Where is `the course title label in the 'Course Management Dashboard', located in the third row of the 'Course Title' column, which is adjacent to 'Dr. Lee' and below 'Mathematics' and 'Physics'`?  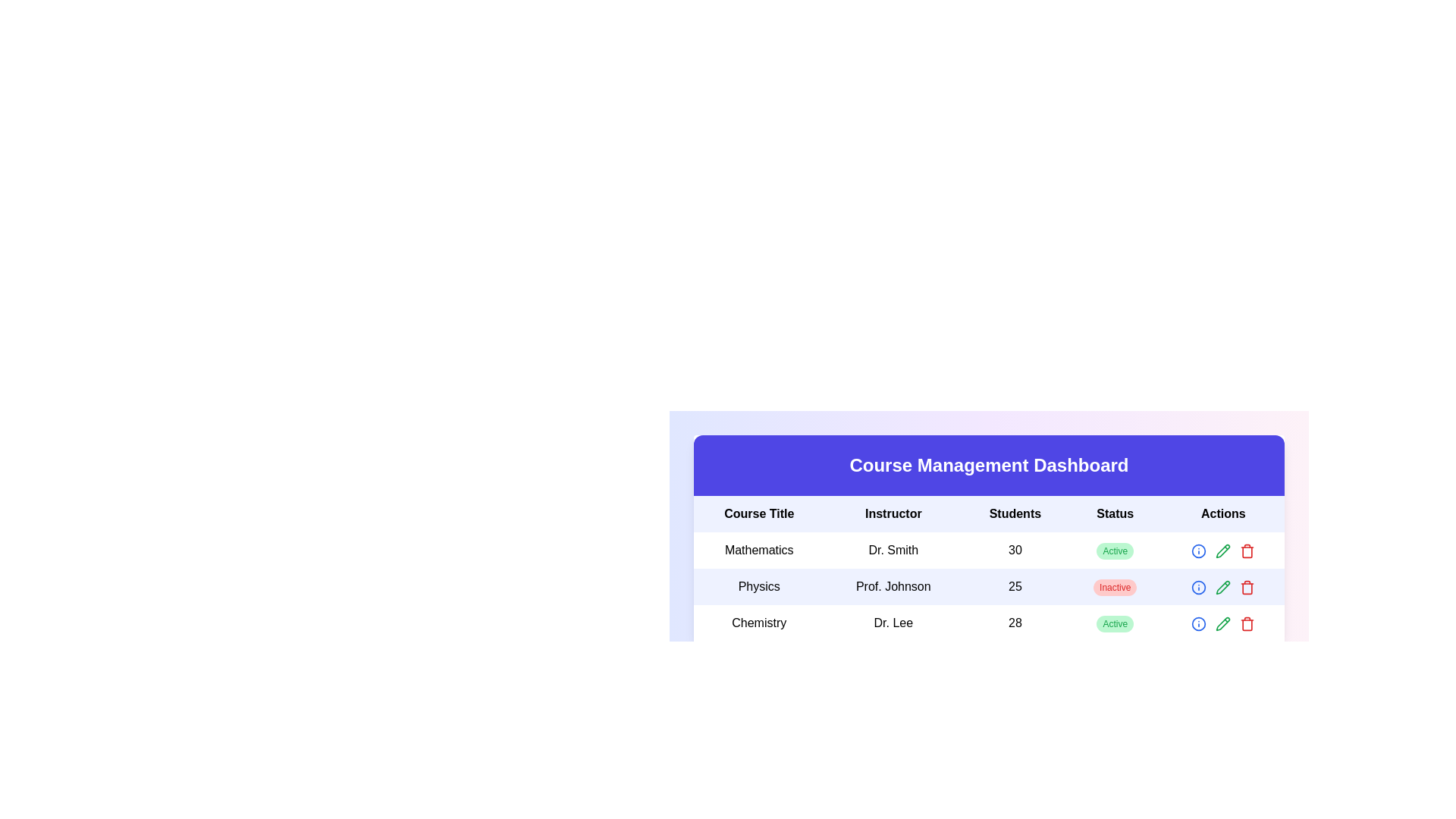 the course title label in the 'Course Management Dashboard', located in the third row of the 'Course Title' column, which is adjacent to 'Dr. Lee' and below 'Mathematics' and 'Physics' is located at coordinates (759, 623).